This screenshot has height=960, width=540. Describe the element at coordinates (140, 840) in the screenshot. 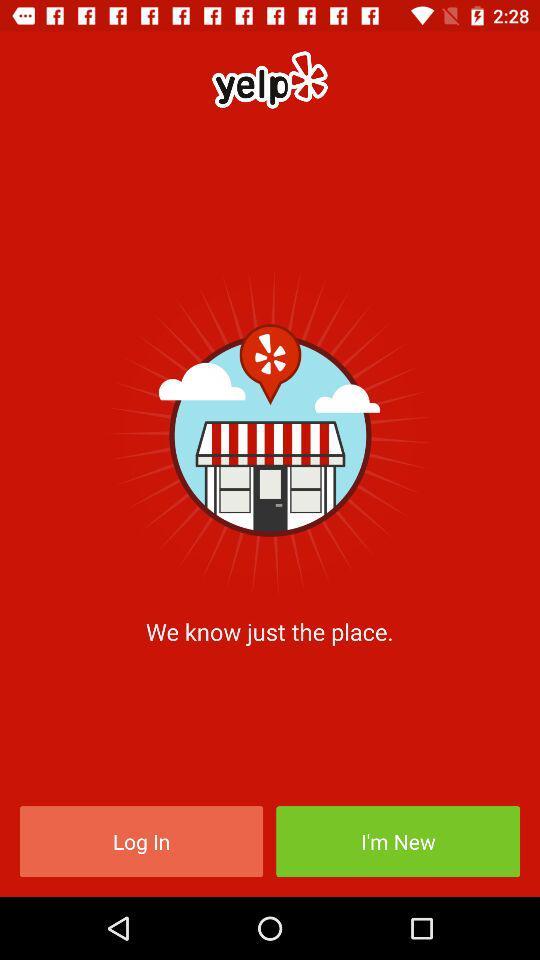

I see `the icon to the left of the i'm new` at that location.